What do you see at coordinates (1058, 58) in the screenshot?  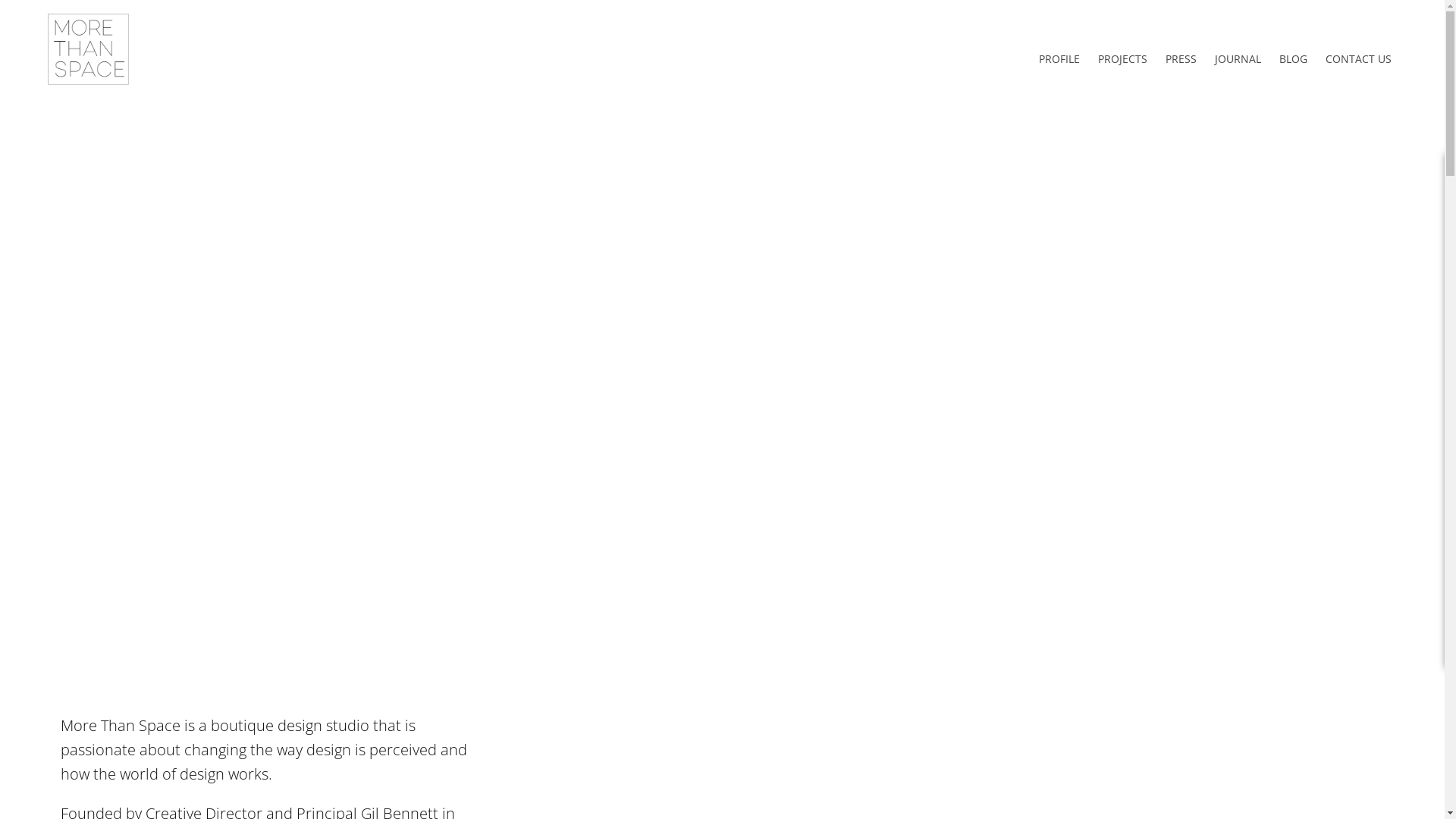 I see `'PROFILE'` at bounding box center [1058, 58].